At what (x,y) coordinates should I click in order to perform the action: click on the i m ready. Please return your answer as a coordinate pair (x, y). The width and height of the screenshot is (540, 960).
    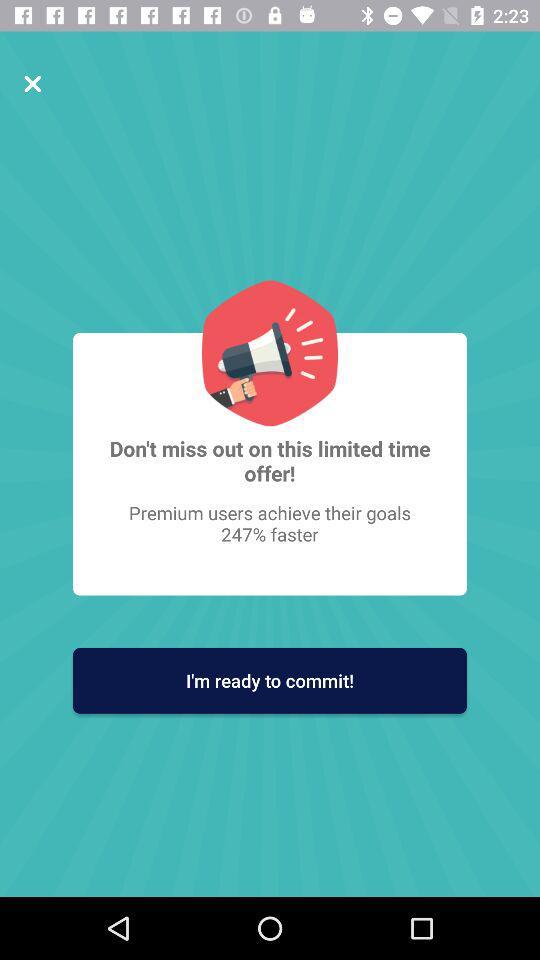
    Looking at the image, I should click on (270, 680).